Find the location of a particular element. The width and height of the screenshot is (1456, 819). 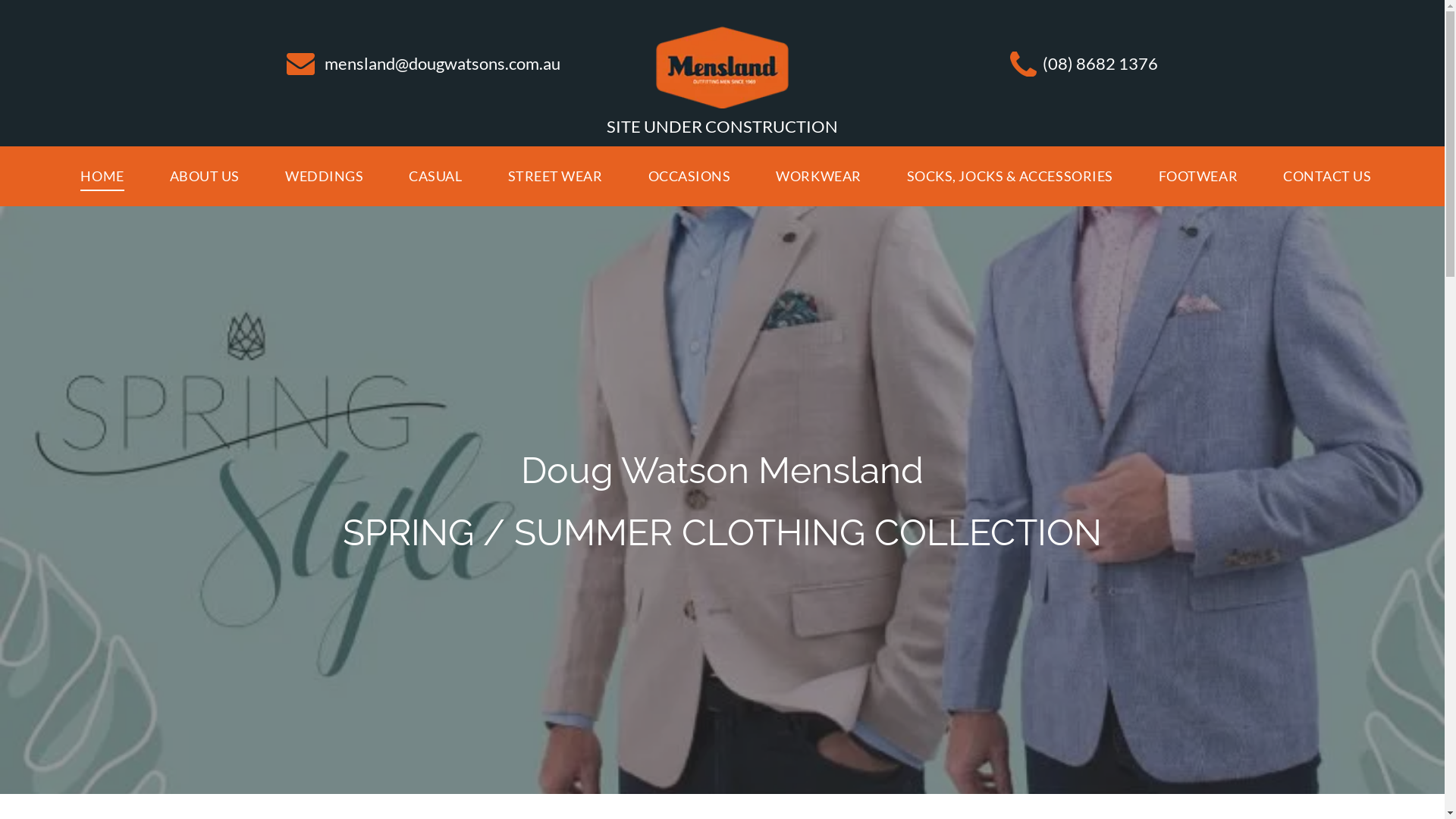

'WORKWEAR' is located at coordinates (817, 175).